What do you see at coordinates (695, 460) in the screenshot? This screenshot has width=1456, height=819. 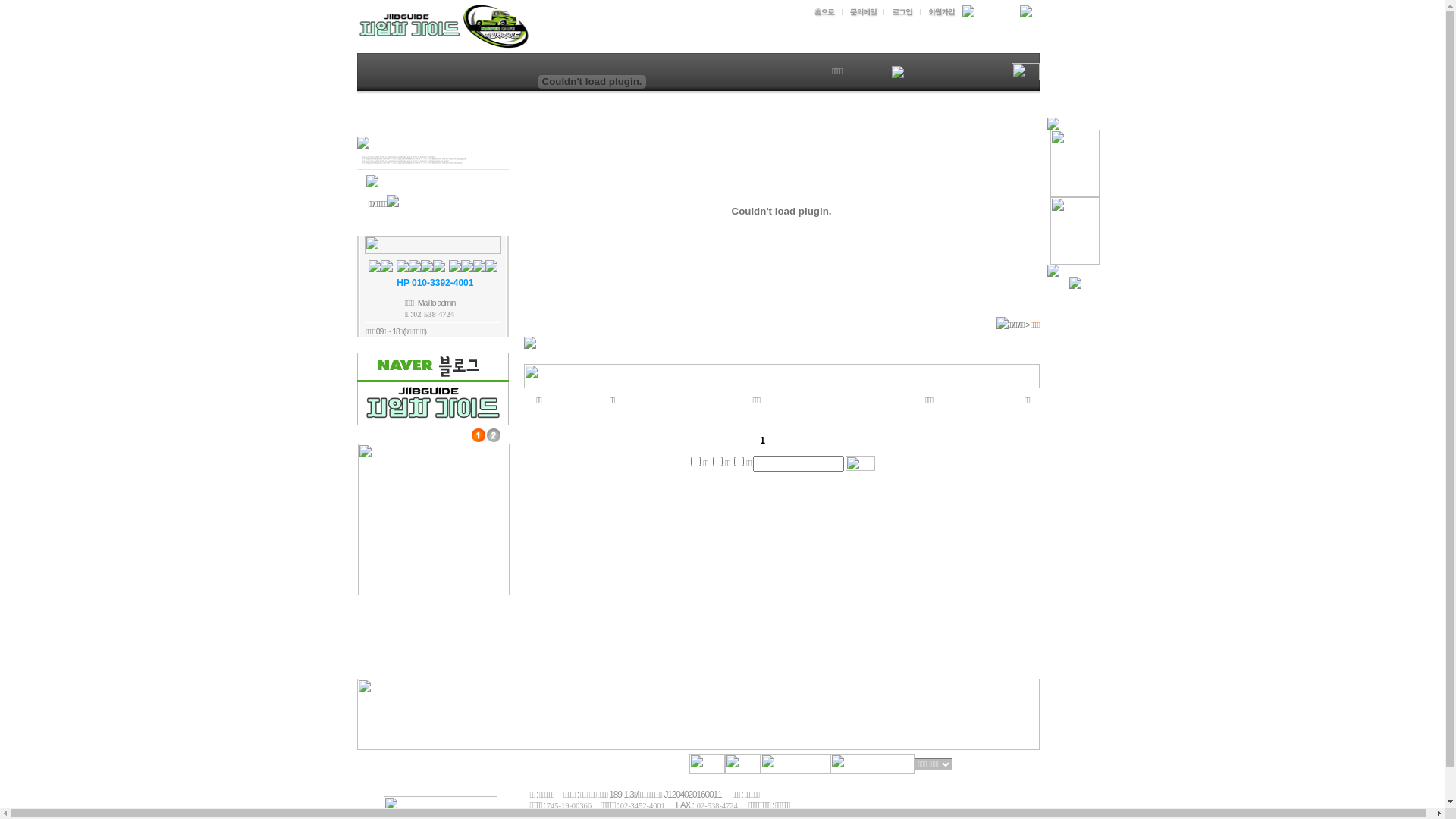 I see `'1'` at bounding box center [695, 460].